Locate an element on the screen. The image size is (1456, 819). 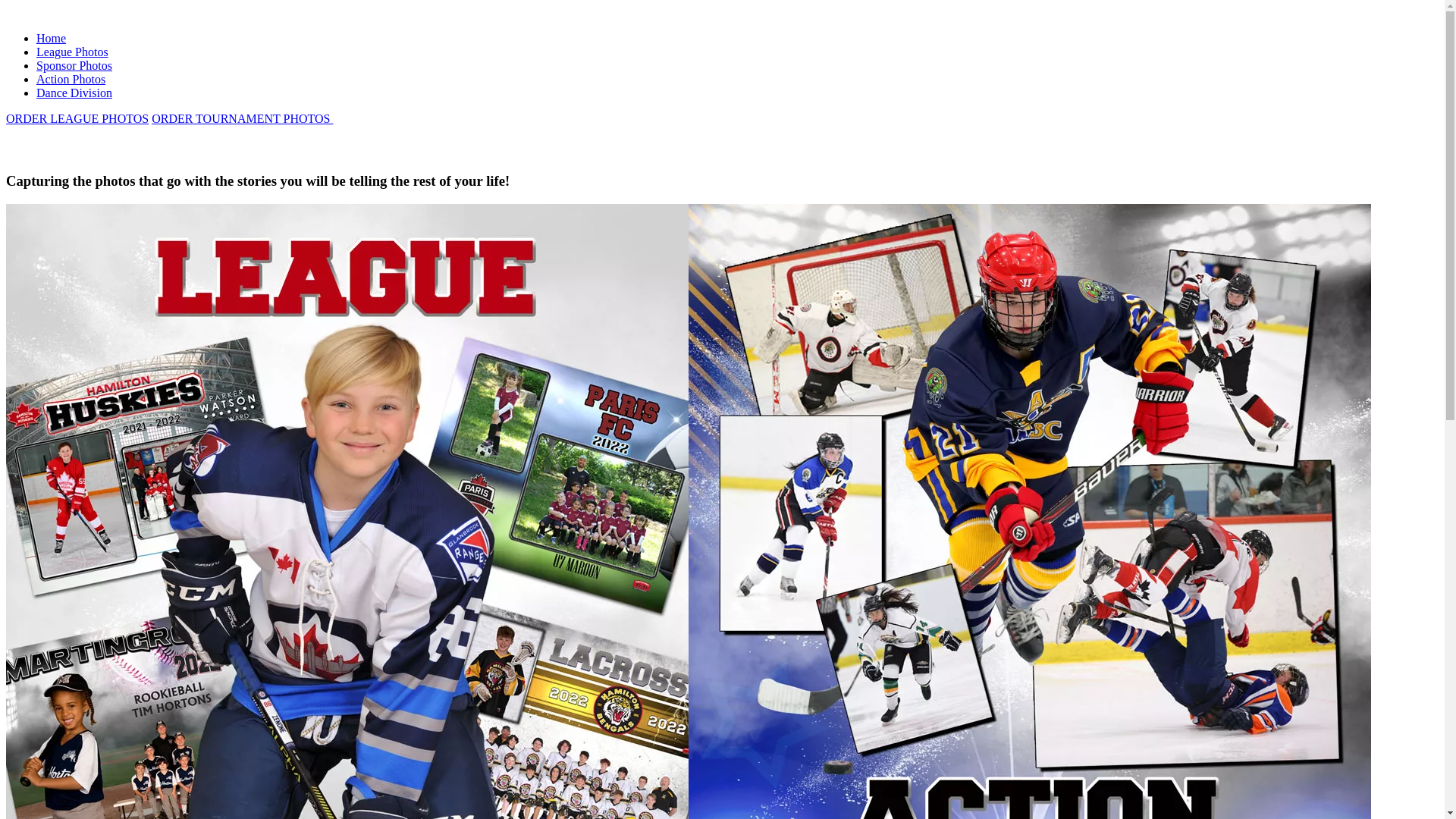
'Action Photos' is located at coordinates (70, 79).